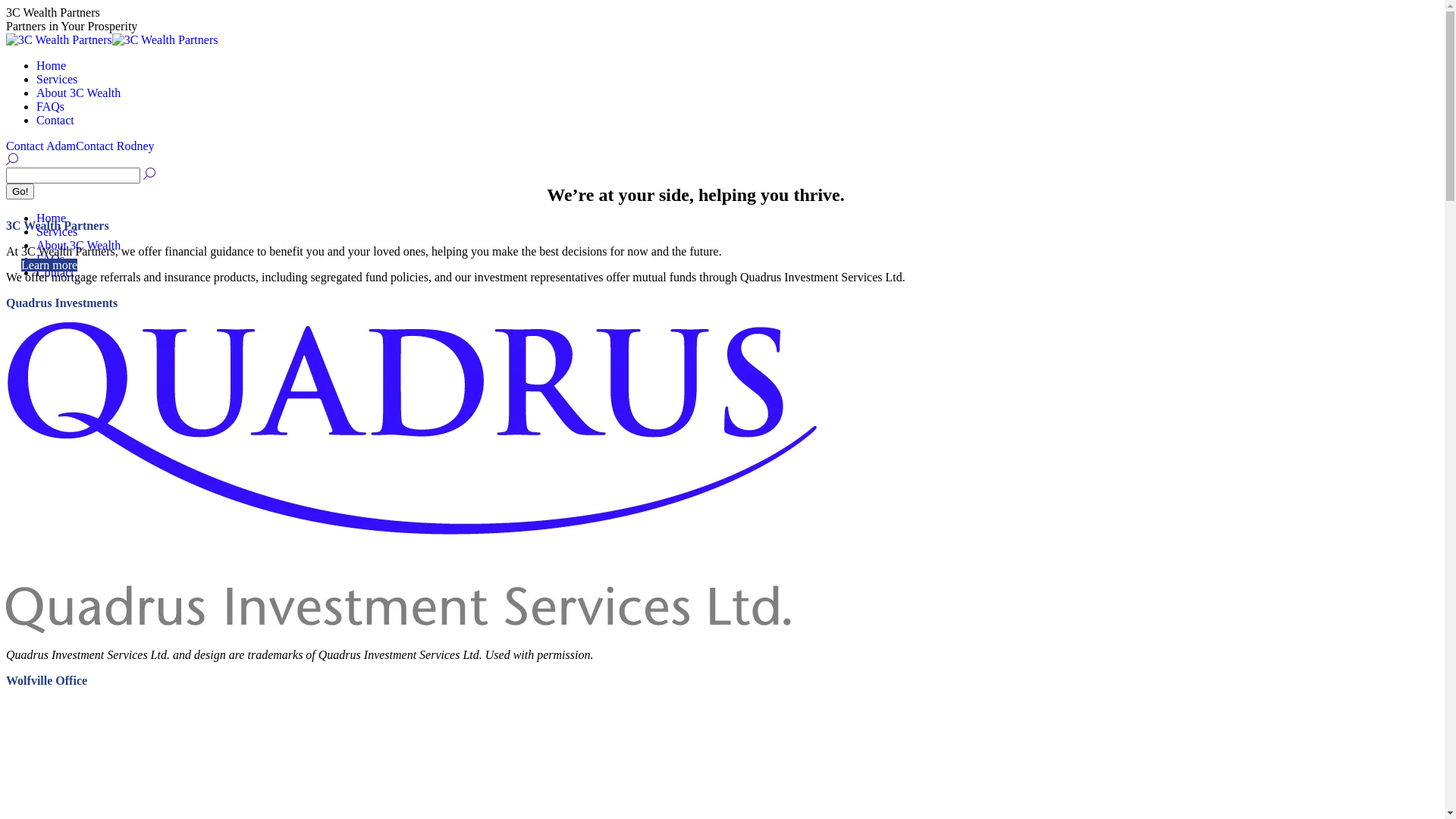 This screenshot has width=1456, height=819. What do you see at coordinates (20, 190) in the screenshot?
I see `'Go!'` at bounding box center [20, 190].